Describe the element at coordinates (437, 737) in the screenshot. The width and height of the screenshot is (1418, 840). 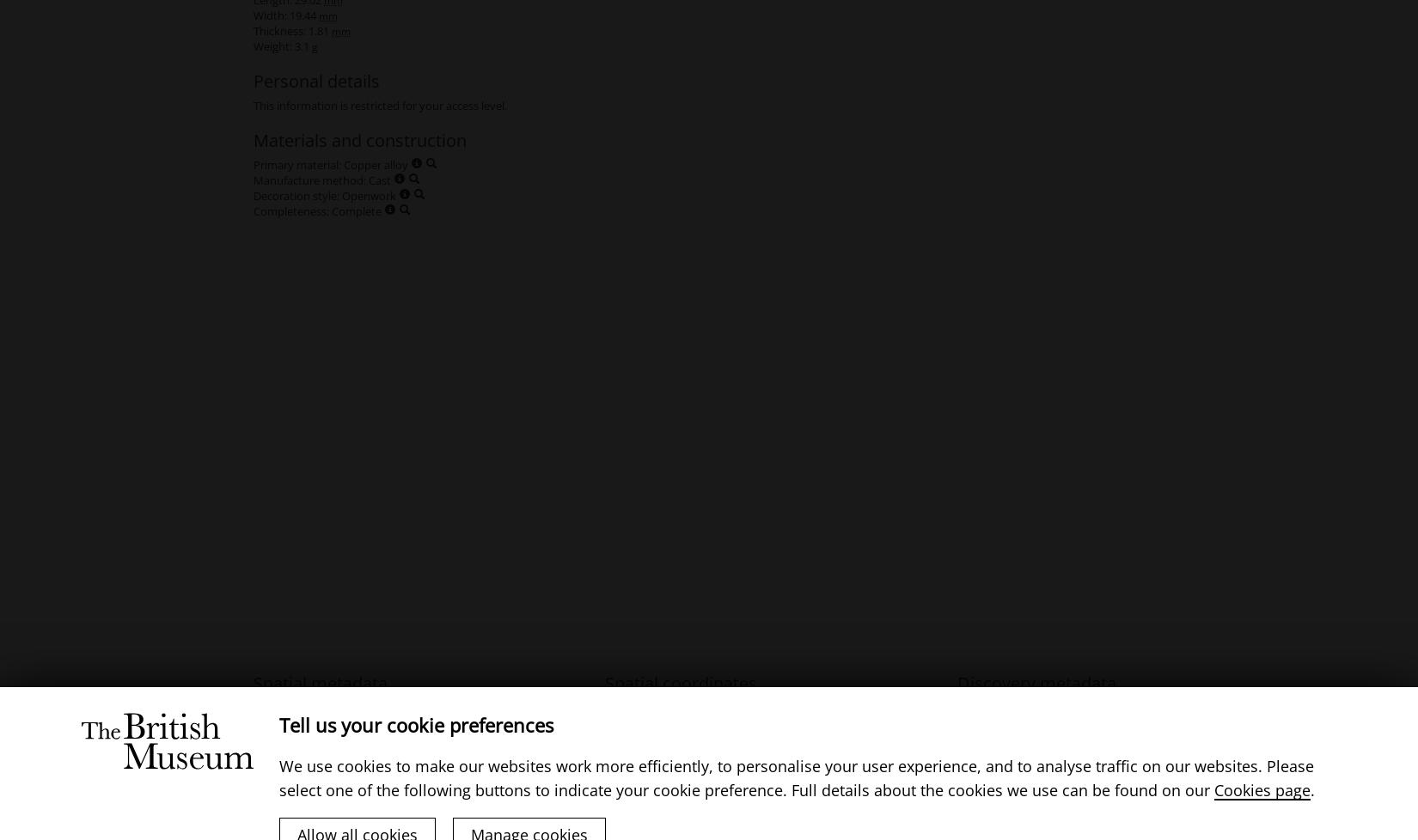
I see `'(District)'` at that location.